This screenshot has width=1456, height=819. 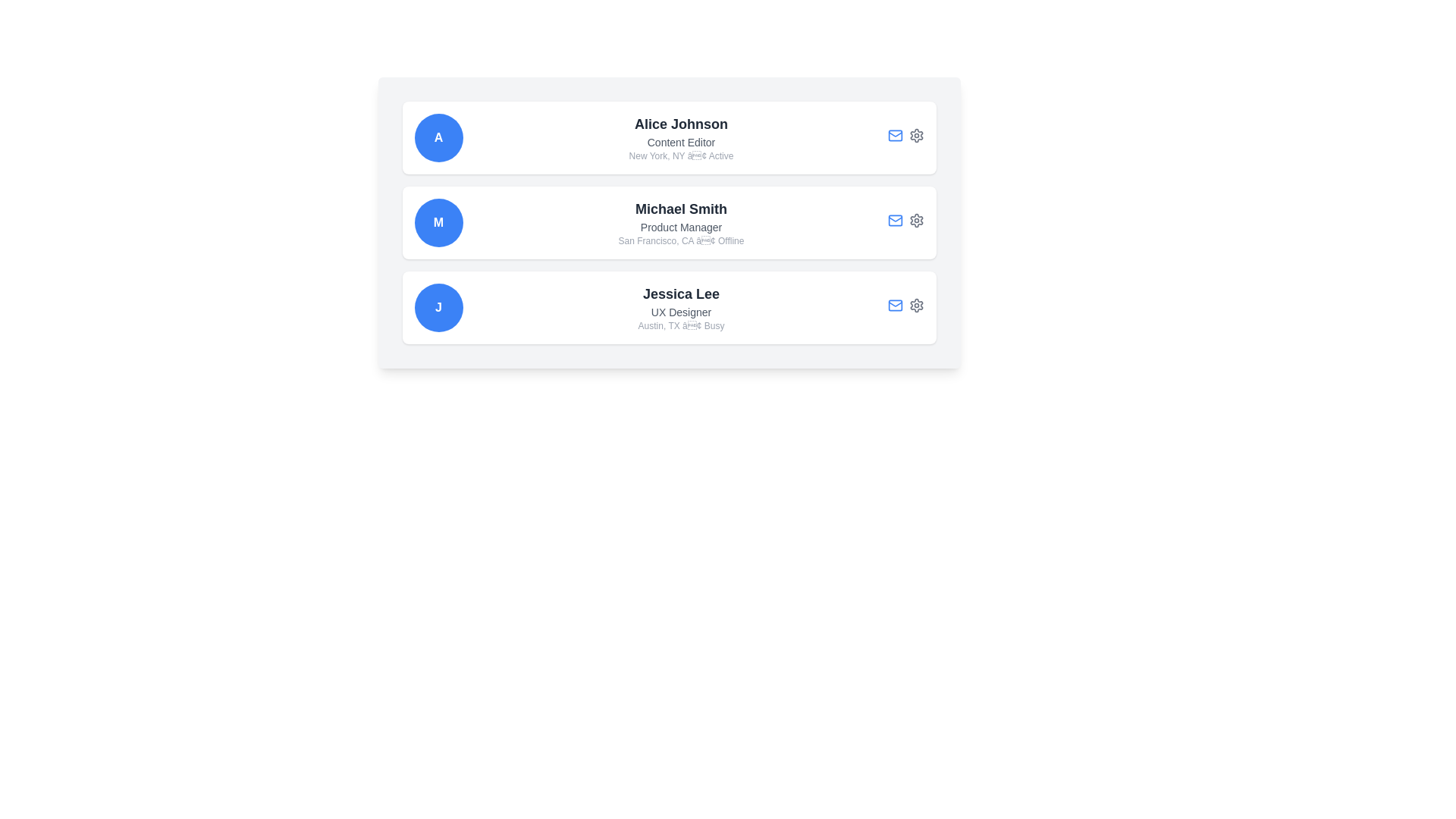 I want to click on the Text label that provides location and status information about an individual in the user profile, positioned below 'Michael Smith' and 'Product Manager', so click(x=680, y=240).